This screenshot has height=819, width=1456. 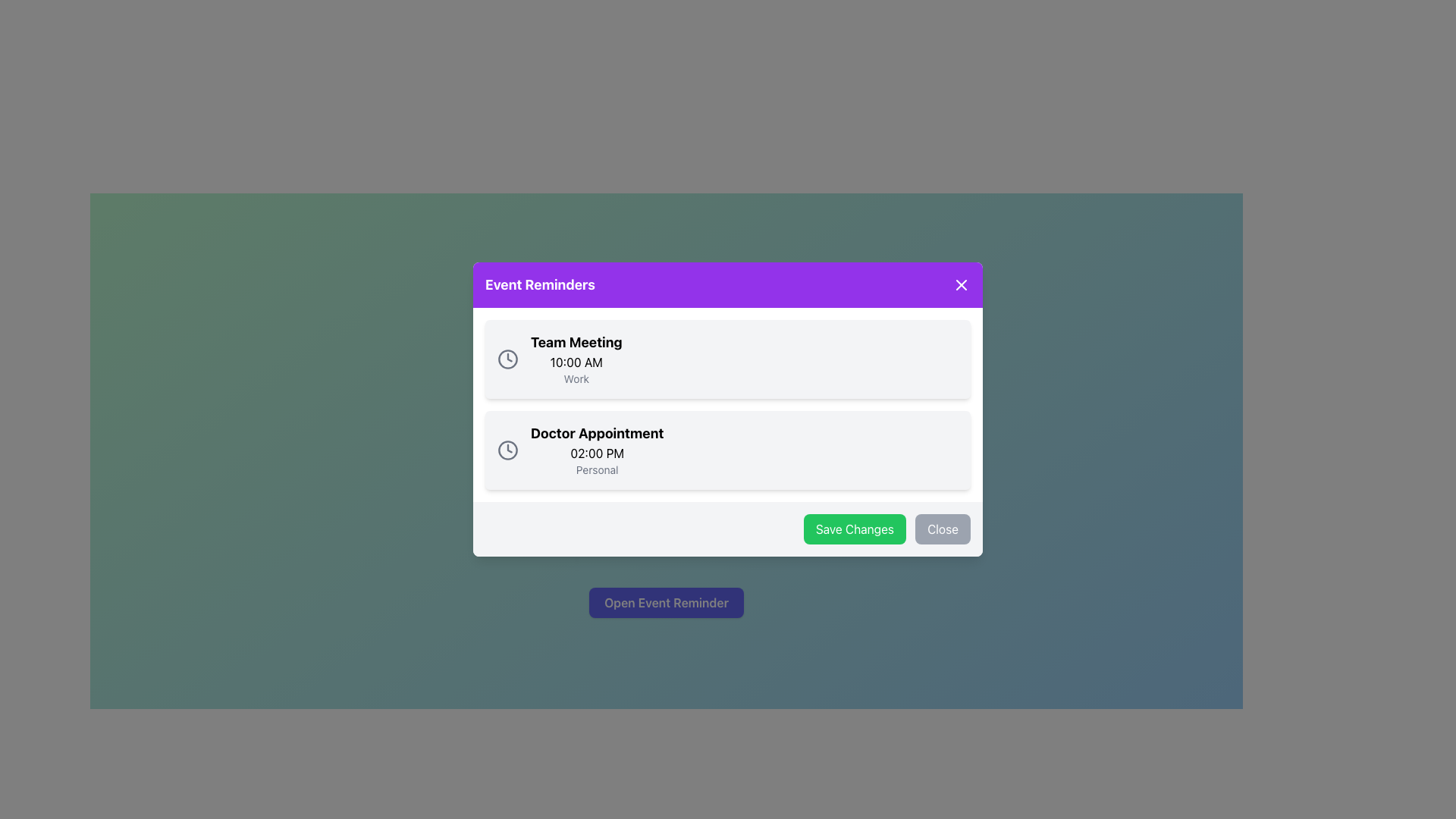 I want to click on the text label that serves as the title for the 'Doctor Appointment' event reminder card, located in the second row of the reminders list, so click(x=596, y=433).